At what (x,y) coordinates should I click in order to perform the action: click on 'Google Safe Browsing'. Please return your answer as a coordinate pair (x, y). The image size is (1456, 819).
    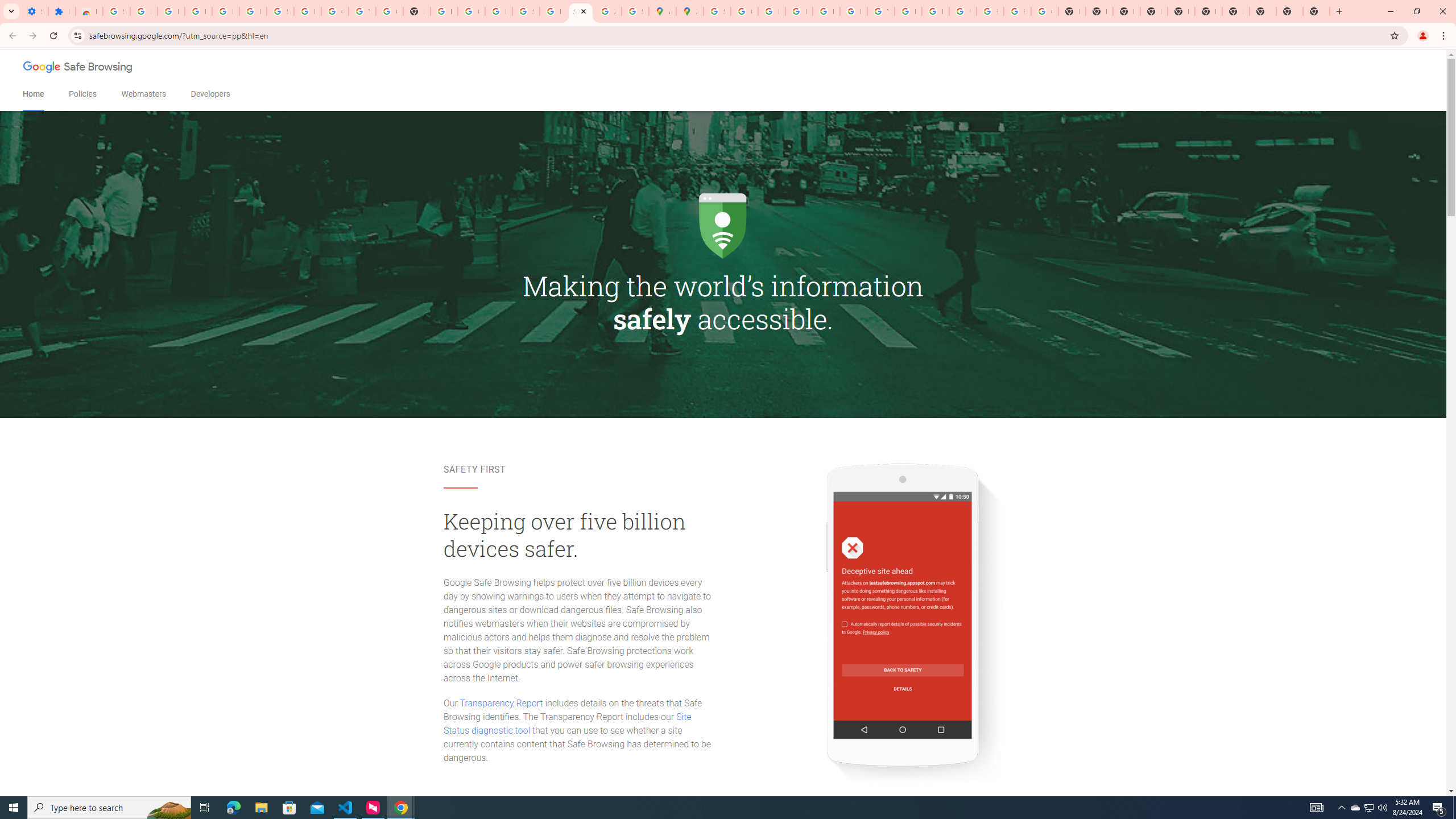
    Looking at the image, I should click on (78, 68).